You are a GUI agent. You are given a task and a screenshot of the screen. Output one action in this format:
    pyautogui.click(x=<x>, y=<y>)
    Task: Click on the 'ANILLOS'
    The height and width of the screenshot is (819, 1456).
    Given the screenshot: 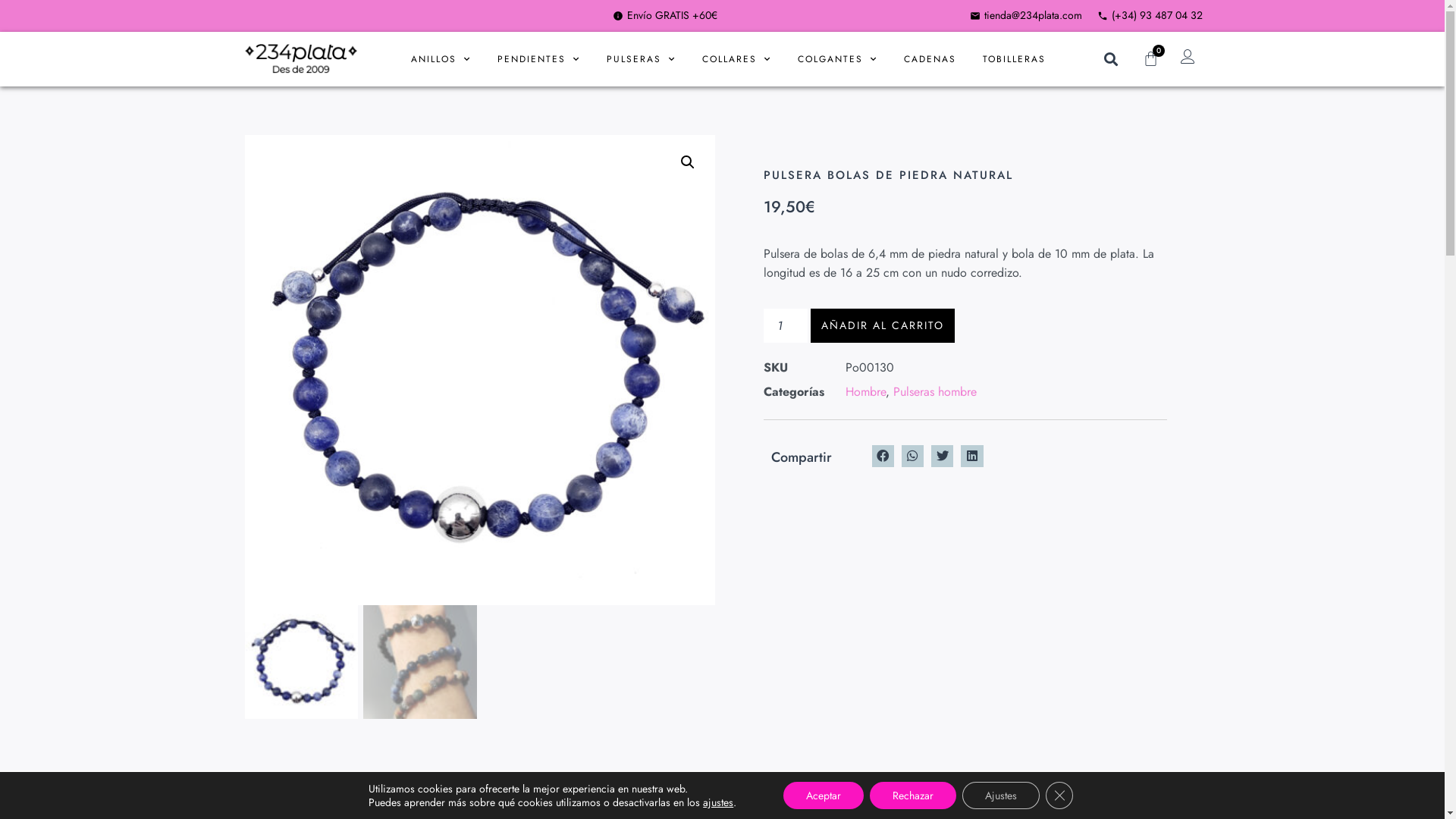 What is the action you would take?
    pyautogui.click(x=440, y=58)
    